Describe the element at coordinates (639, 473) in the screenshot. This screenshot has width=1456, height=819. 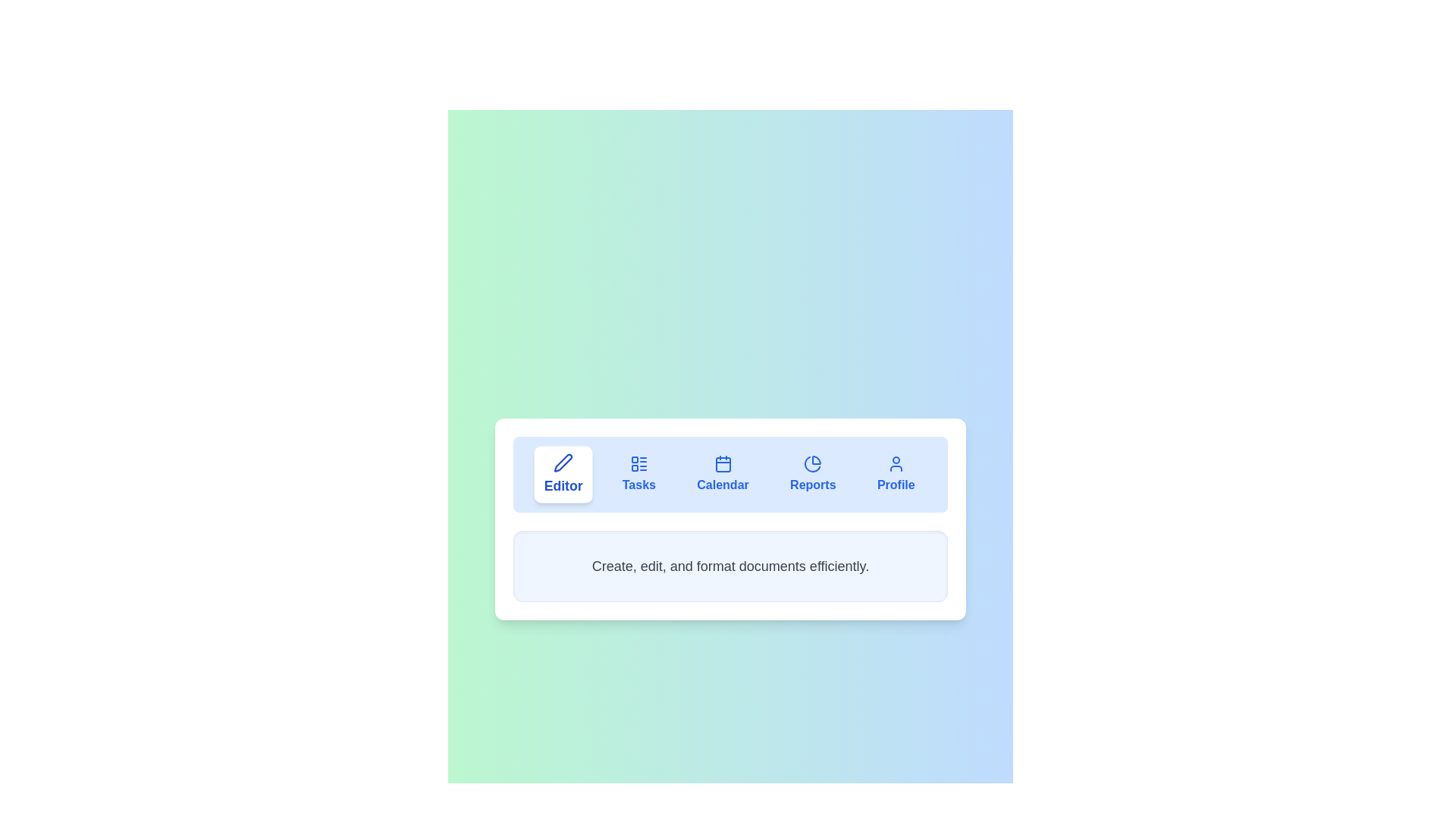
I see `the Tasks tab to observe its visual transition` at that location.